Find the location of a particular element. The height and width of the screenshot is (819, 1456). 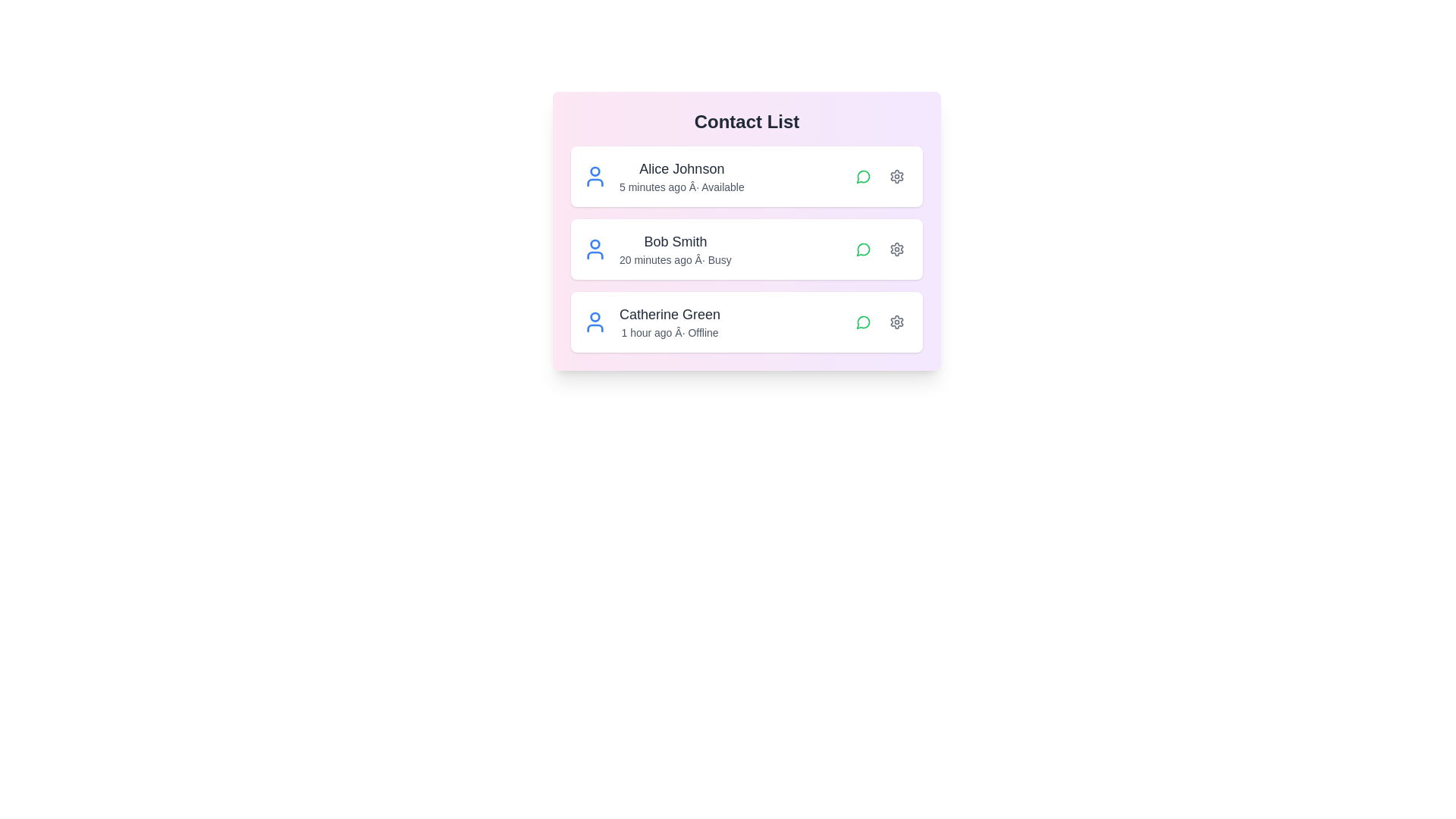

the contact 'Alice Johnson' to view their details is located at coordinates (746, 175).